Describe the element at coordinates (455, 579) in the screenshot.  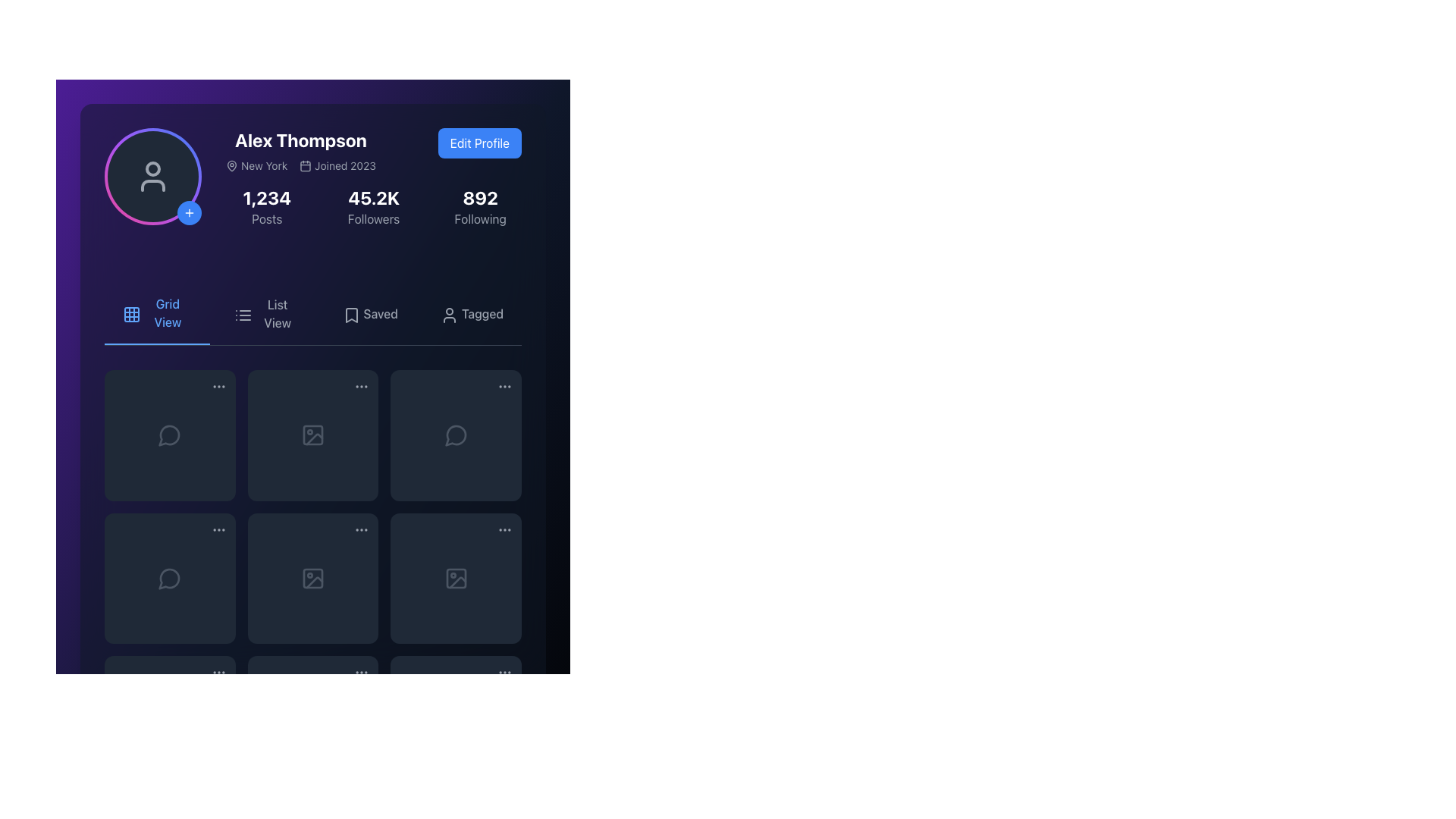
I see `the Interactive Image Placeholder with a dark background and rounded edges, featuring a gray image icon and three vertical dots` at that location.